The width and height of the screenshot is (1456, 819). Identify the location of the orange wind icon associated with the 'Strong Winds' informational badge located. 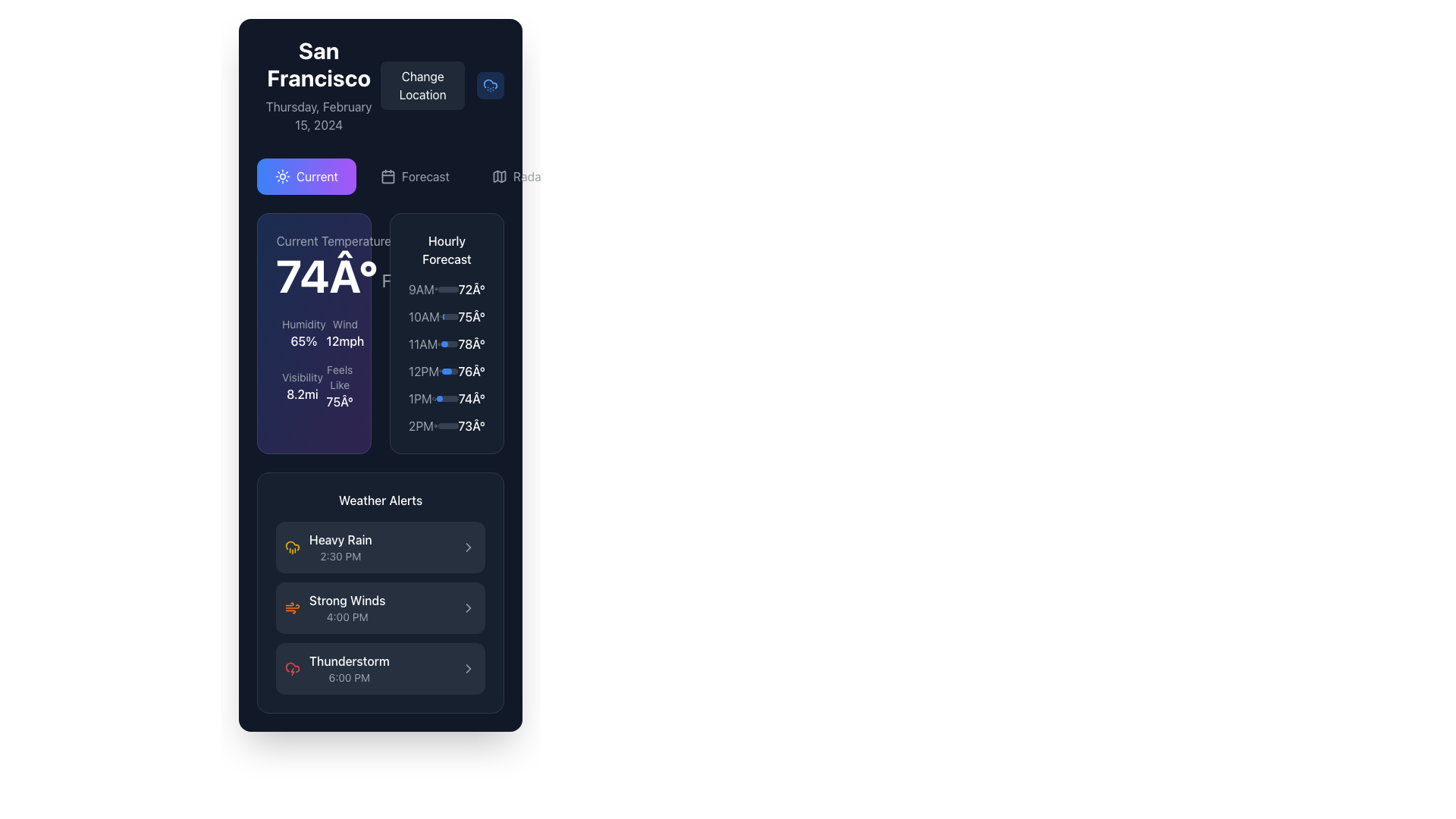
(334, 607).